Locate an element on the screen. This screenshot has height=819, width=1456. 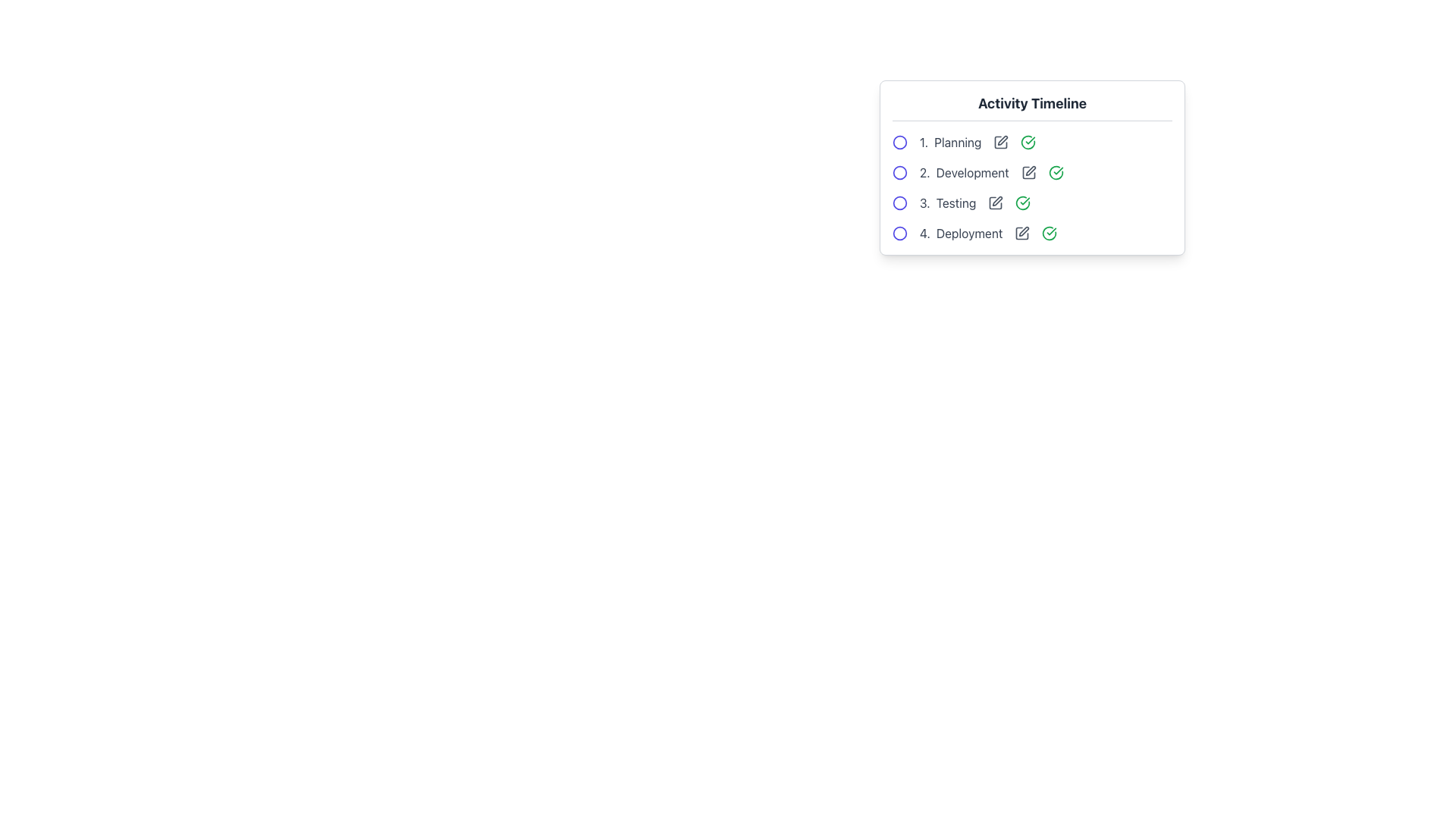
the circular SVG graphic located in the 'Activity Timeline' section, next to the label '1. Planning' is located at coordinates (899, 143).